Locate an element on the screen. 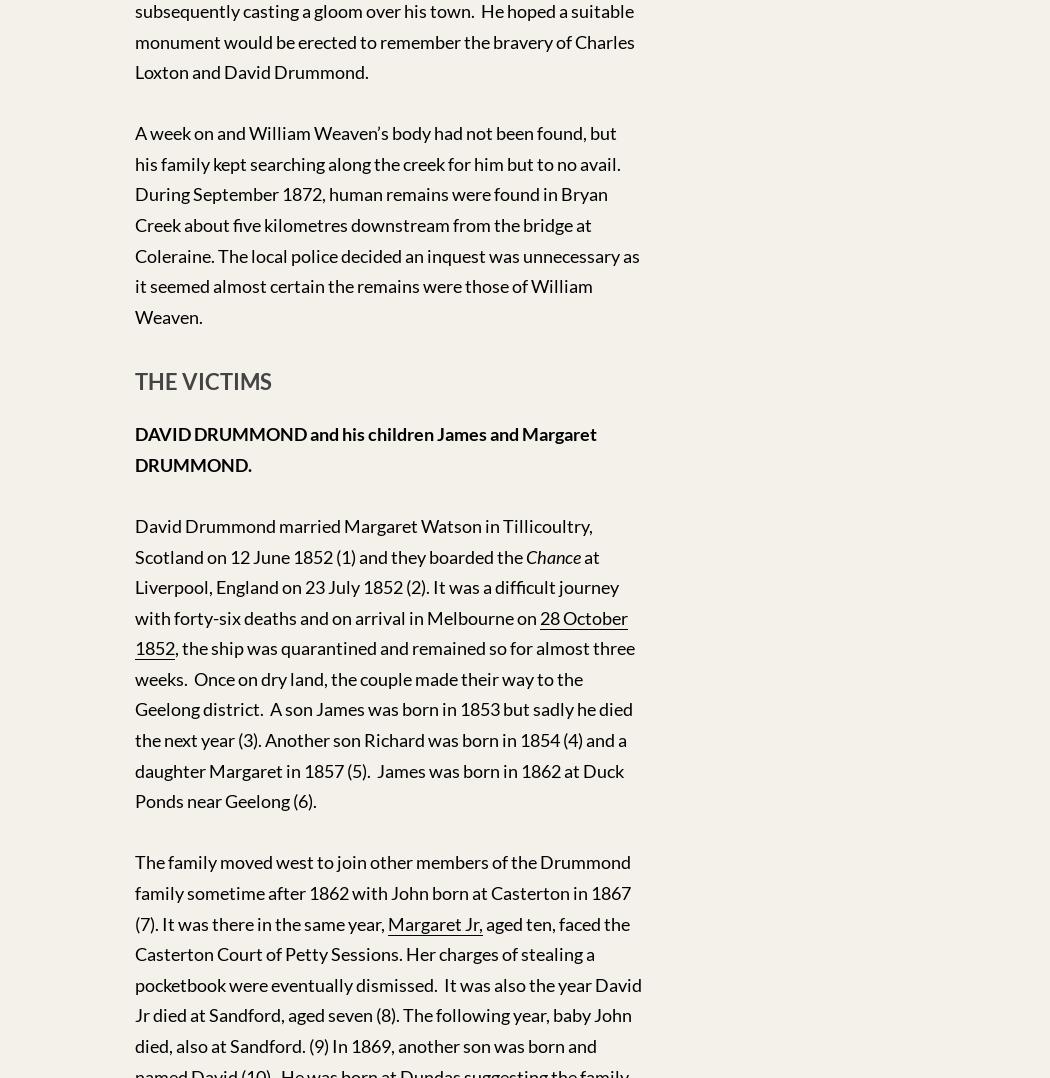 This screenshot has width=1050, height=1078. 'DAVID DRUMMOND and his children James and Margaret DRUMMOND.' is located at coordinates (134, 448).